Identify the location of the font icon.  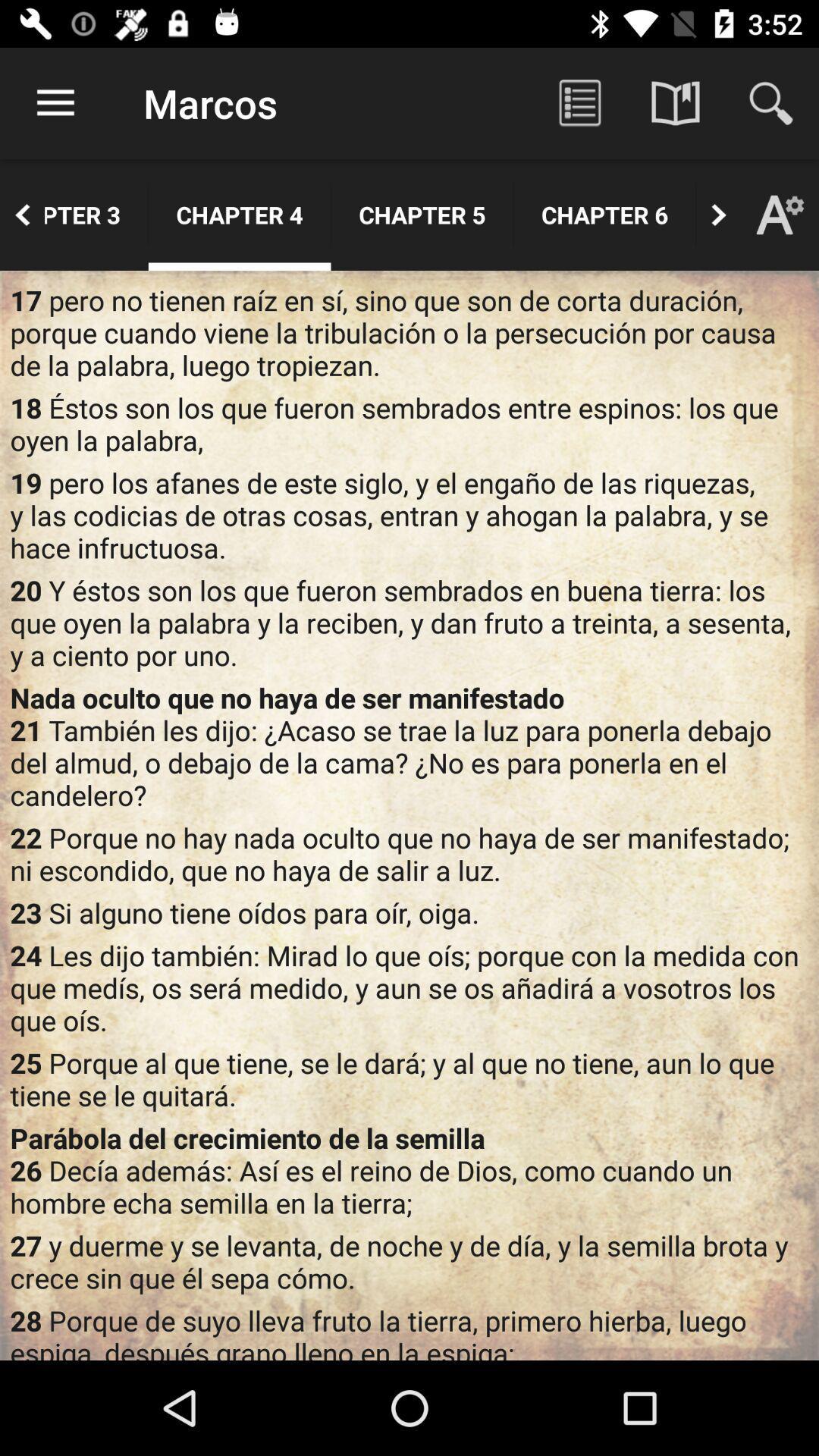
(780, 214).